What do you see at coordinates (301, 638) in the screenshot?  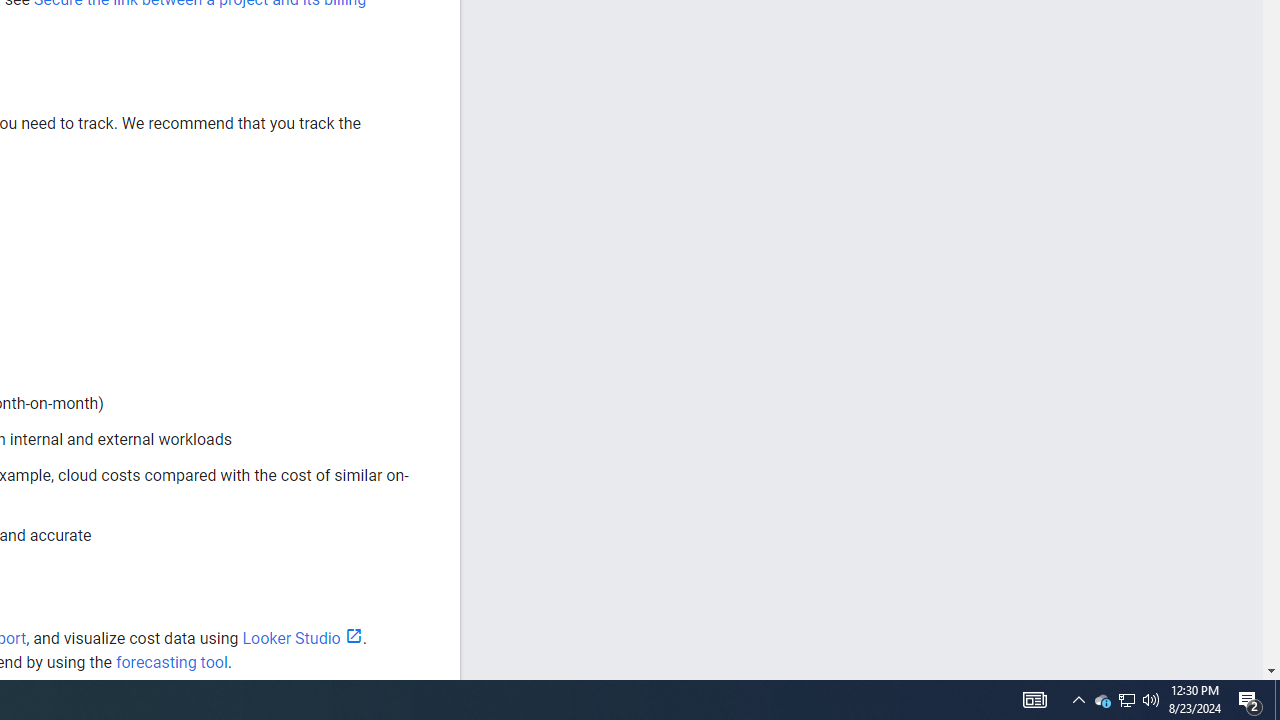 I see `'Looker Studio'` at bounding box center [301, 638].